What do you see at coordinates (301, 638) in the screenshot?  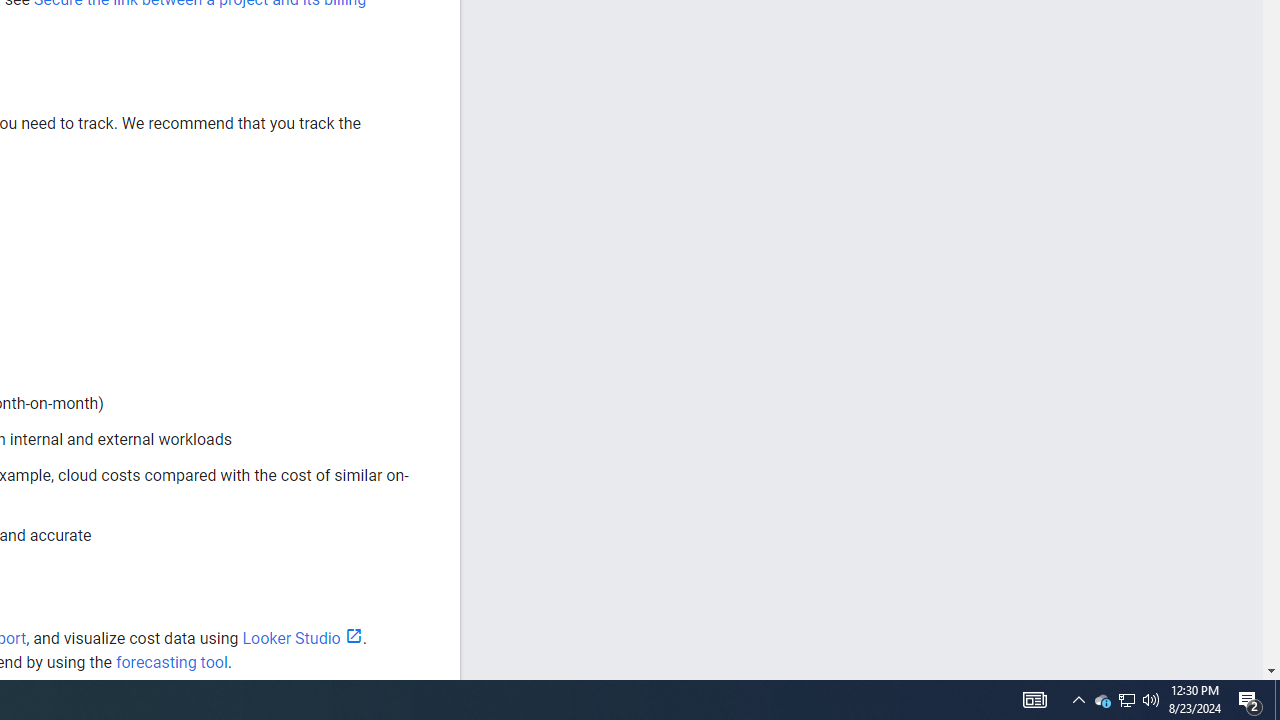 I see `'Looker Studio'` at bounding box center [301, 638].